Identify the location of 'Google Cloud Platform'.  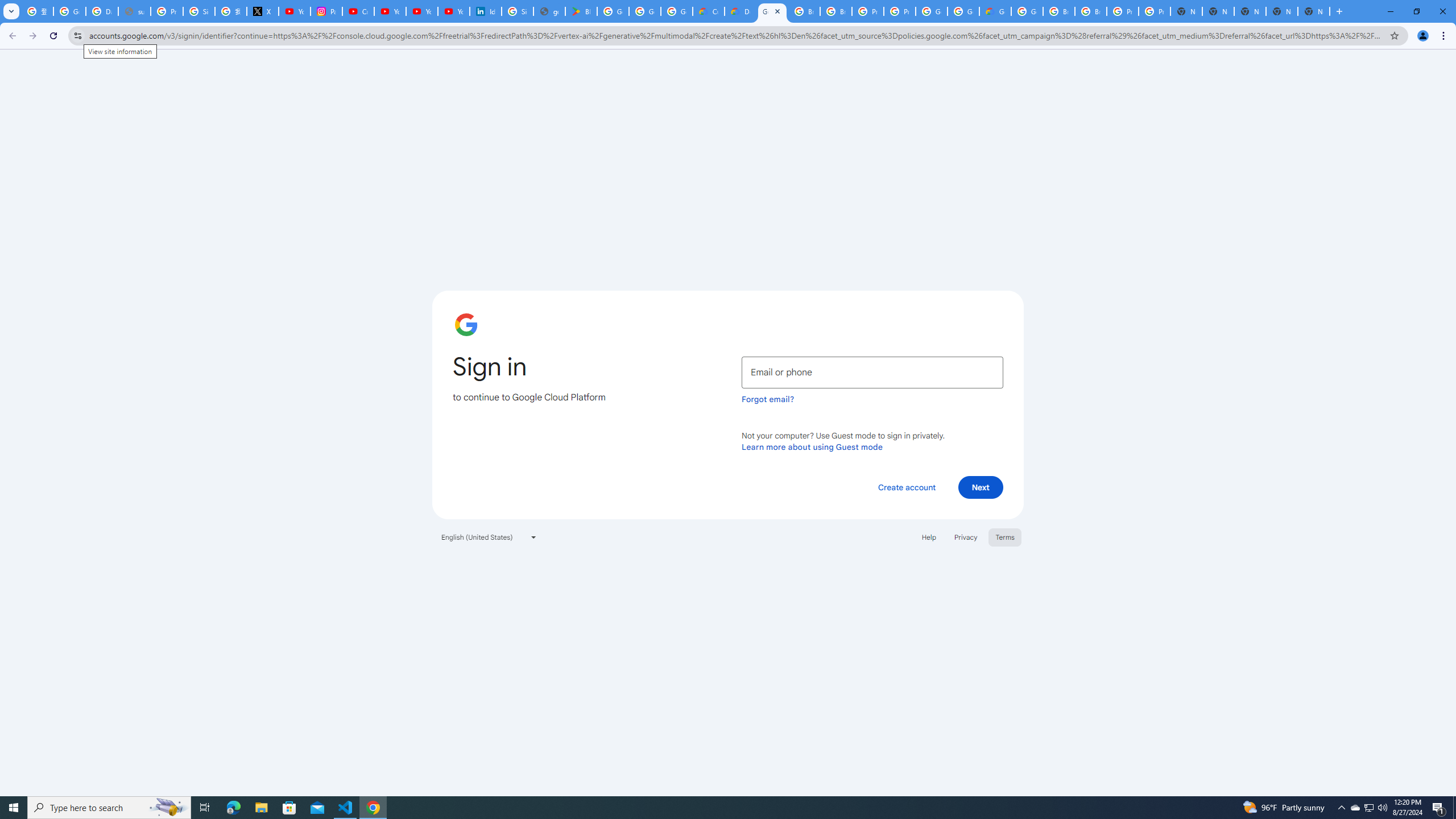
(930, 11).